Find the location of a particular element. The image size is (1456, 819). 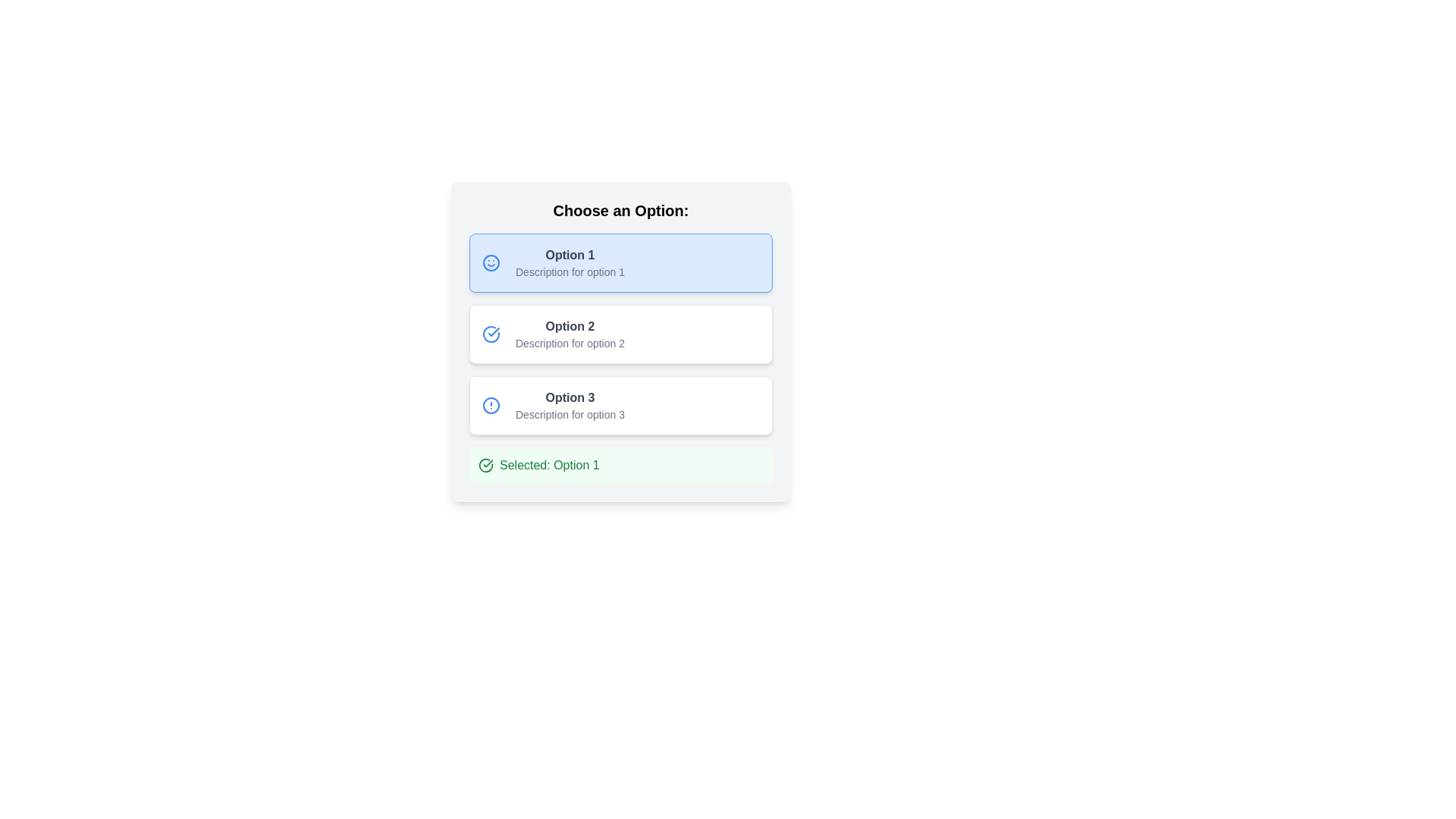

the circular alert icon located to the left of the label 'Option 3' to retrieve more information is located at coordinates (491, 405).